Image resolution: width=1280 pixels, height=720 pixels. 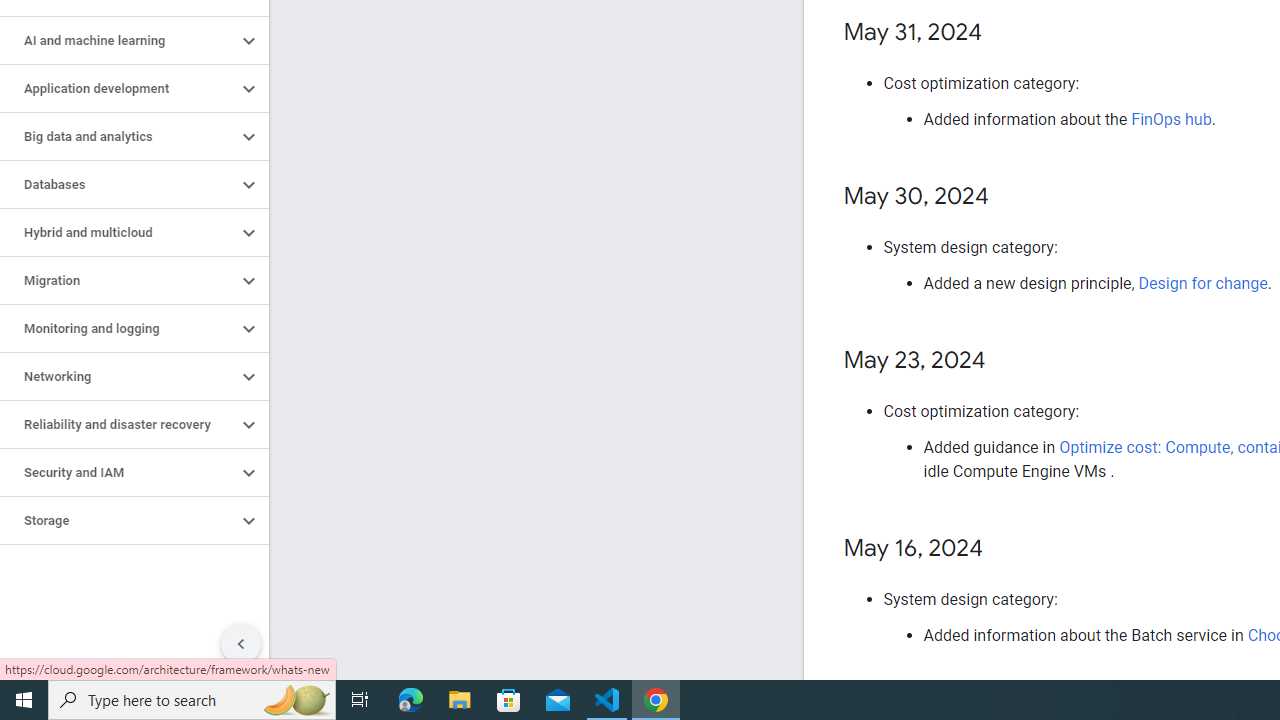 What do you see at coordinates (117, 185) in the screenshot?
I see `'Databases'` at bounding box center [117, 185].